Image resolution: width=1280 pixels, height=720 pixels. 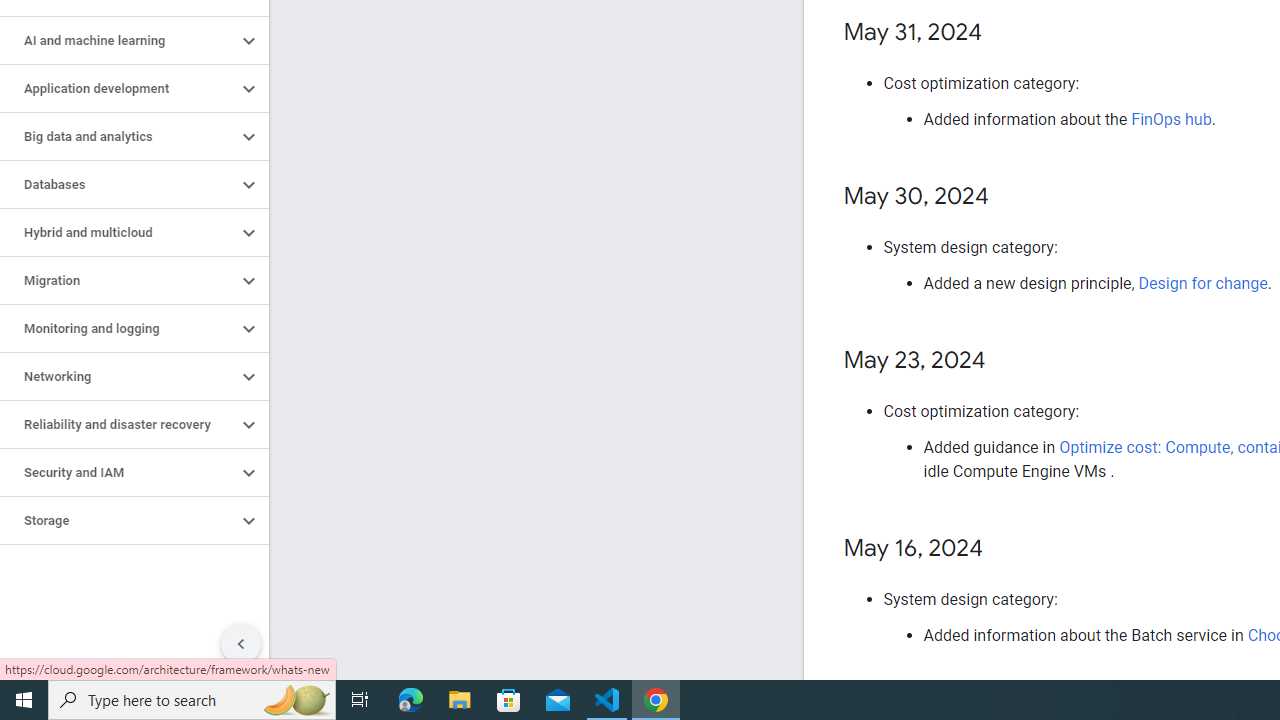 What do you see at coordinates (117, 185) in the screenshot?
I see `'Databases'` at bounding box center [117, 185].